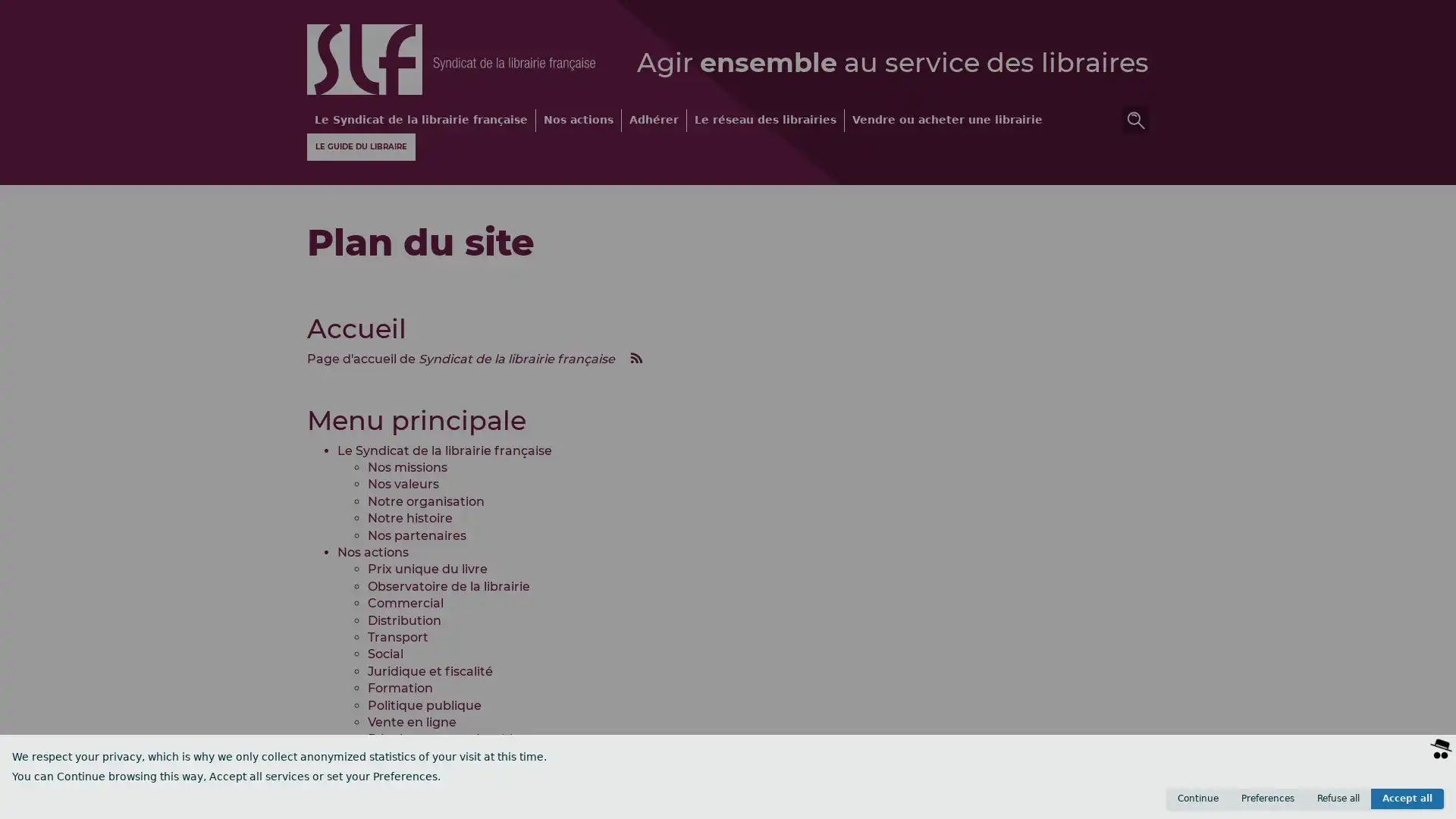 The width and height of the screenshot is (1456, 819). I want to click on Accept all, so click(1407, 798).